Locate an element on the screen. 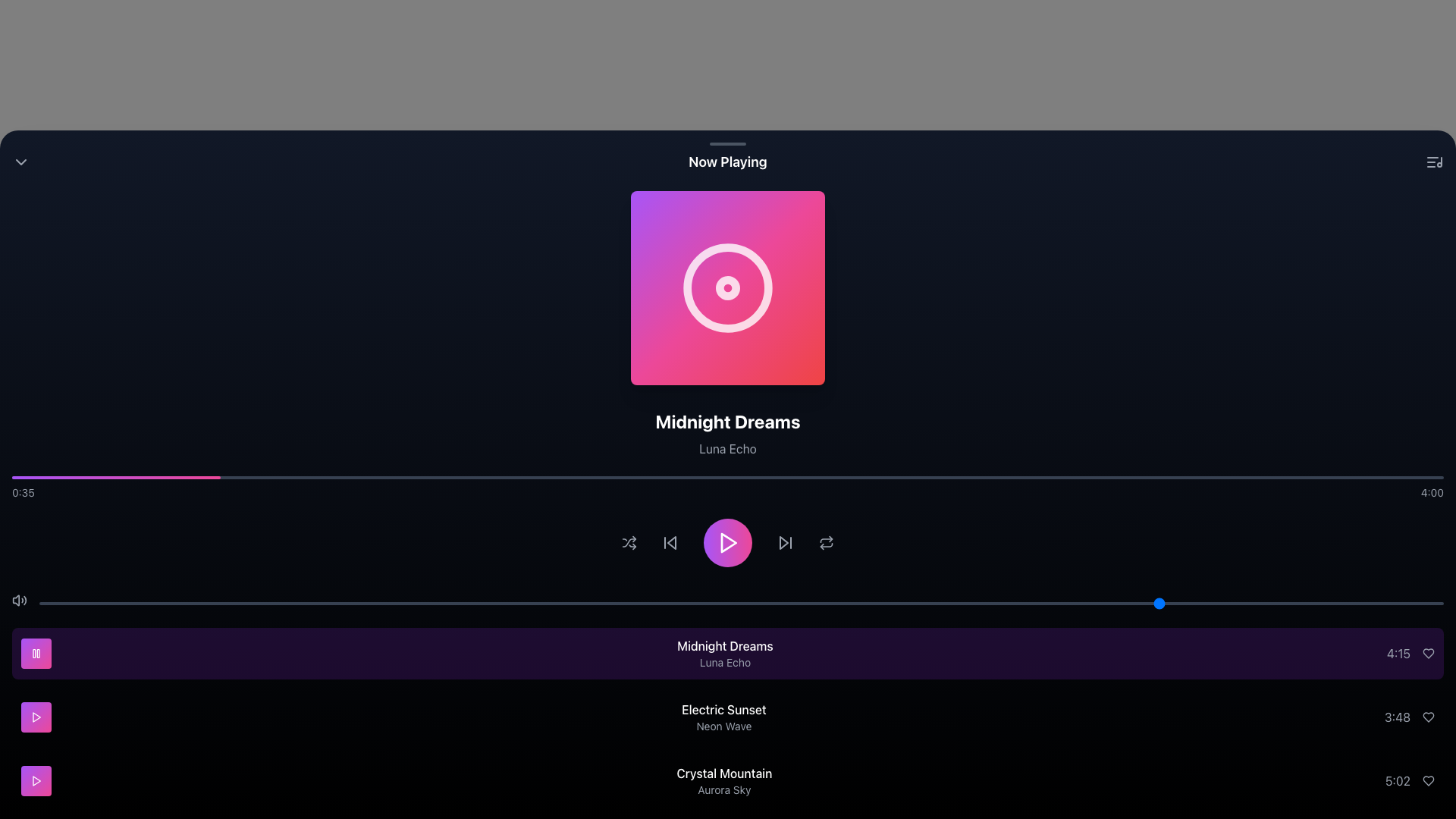 The height and width of the screenshot is (819, 1456). text from the label displaying 'Crystal Mountain' and 'Aurora Sky', which is located in the third row of the musical tracks list, between 'Electric Sunset' and the duration '5:02' is located at coordinates (723, 780).